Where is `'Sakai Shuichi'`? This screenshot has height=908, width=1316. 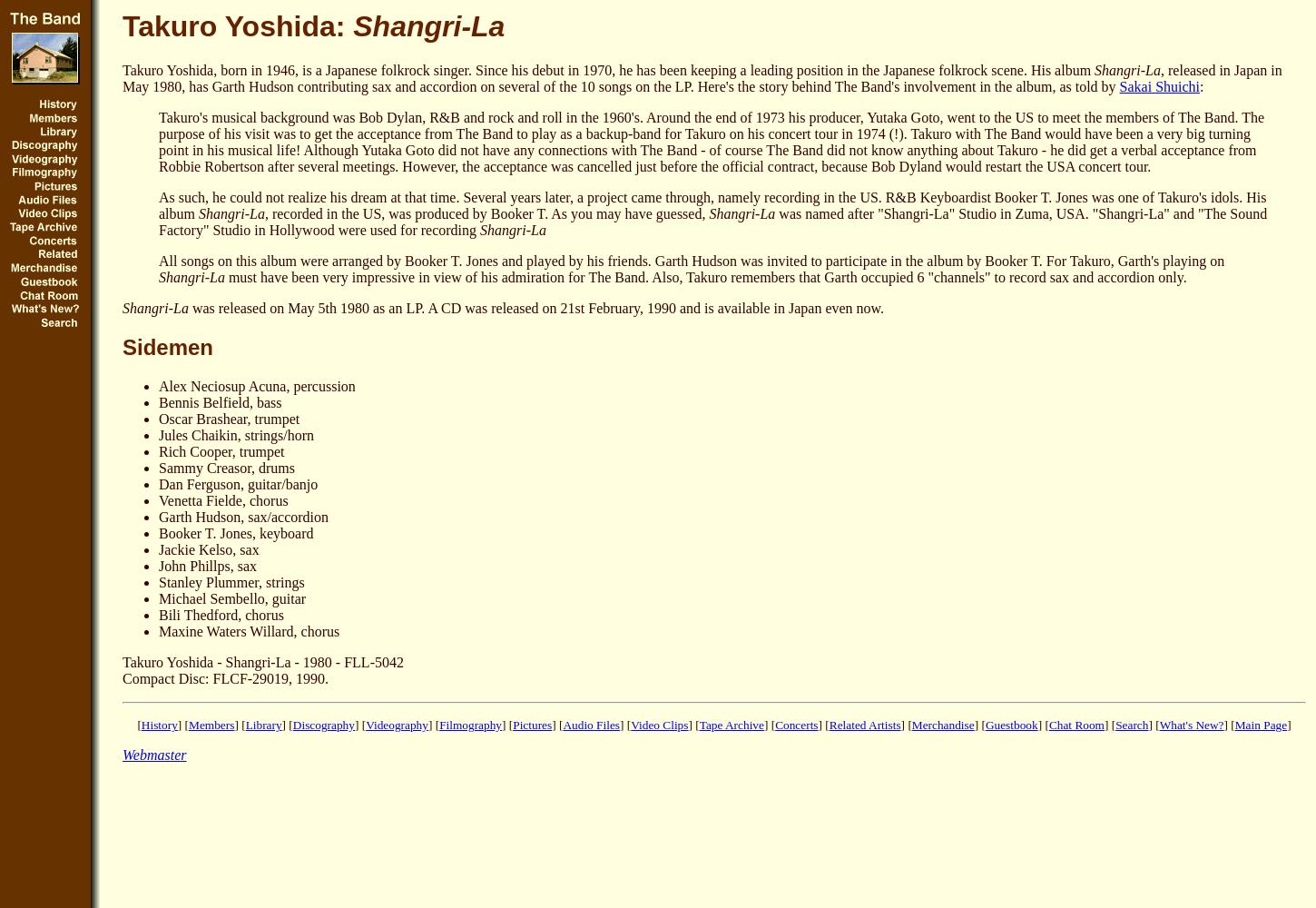
'Sakai Shuichi' is located at coordinates (1118, 85).